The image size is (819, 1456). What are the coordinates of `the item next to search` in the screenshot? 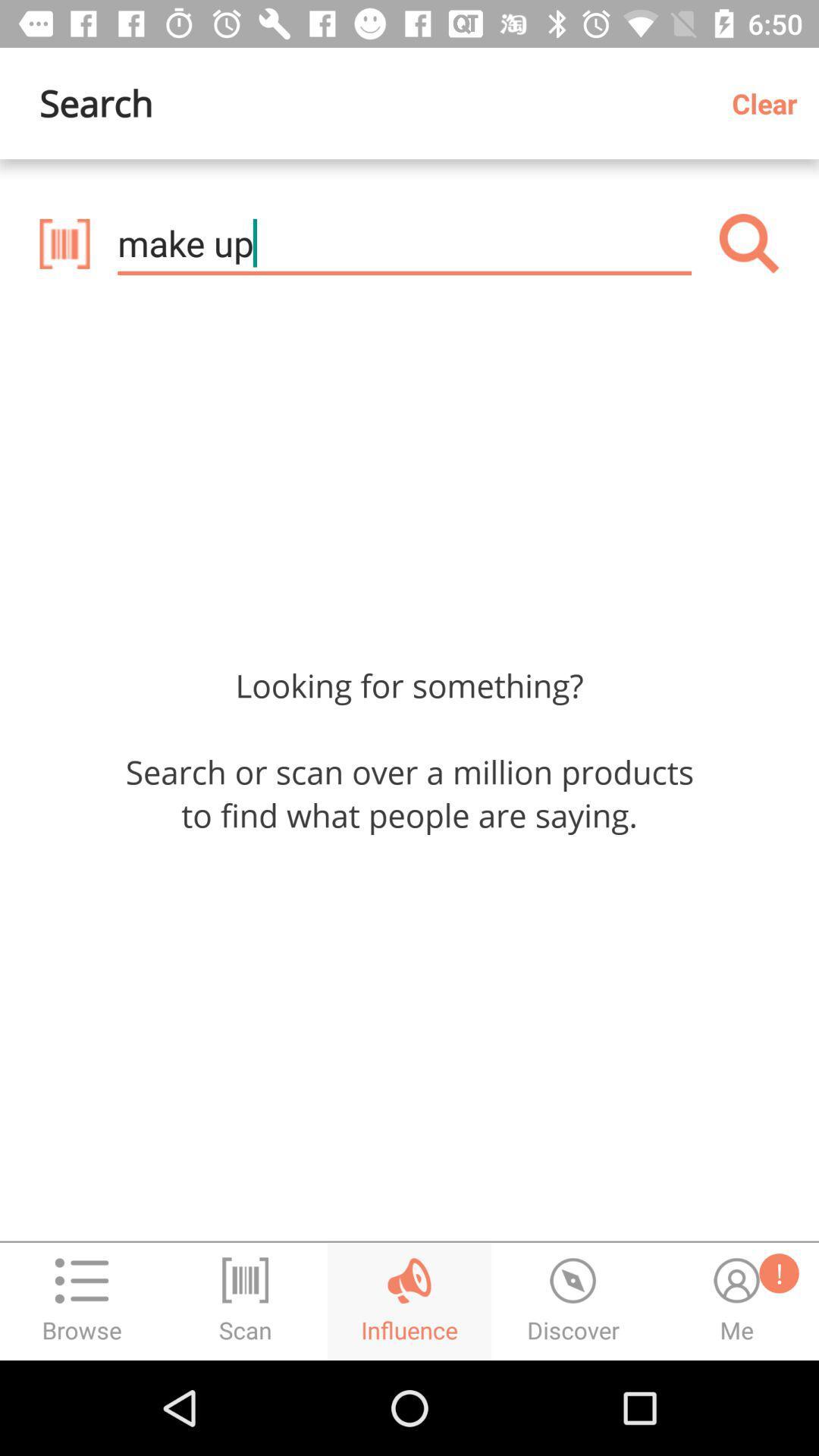 It's located at (770, 102).